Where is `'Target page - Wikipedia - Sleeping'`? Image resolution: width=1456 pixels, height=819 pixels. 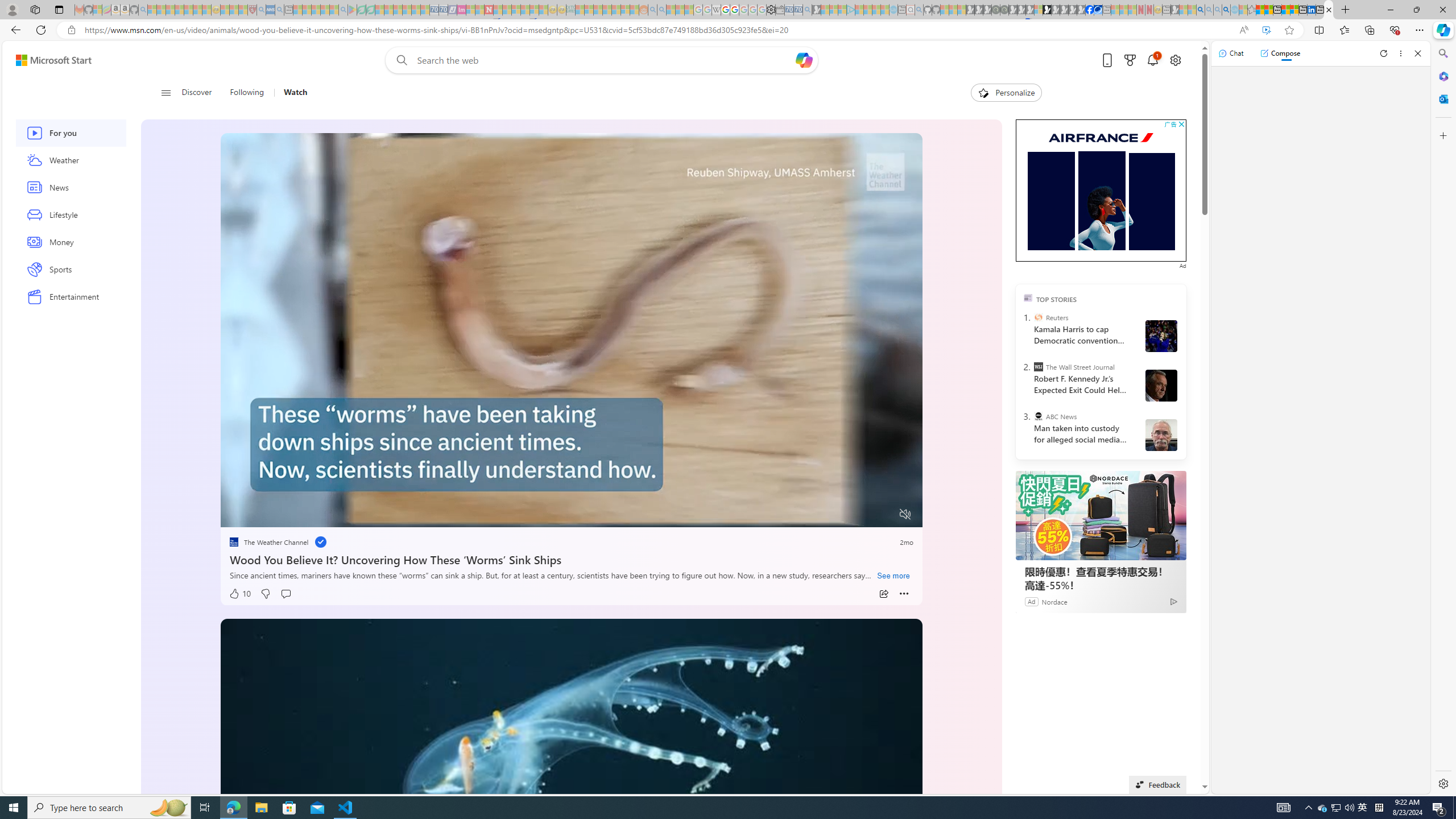
'Target page - Wikipedia - Sleeping' is located at coordinates (716, 9).